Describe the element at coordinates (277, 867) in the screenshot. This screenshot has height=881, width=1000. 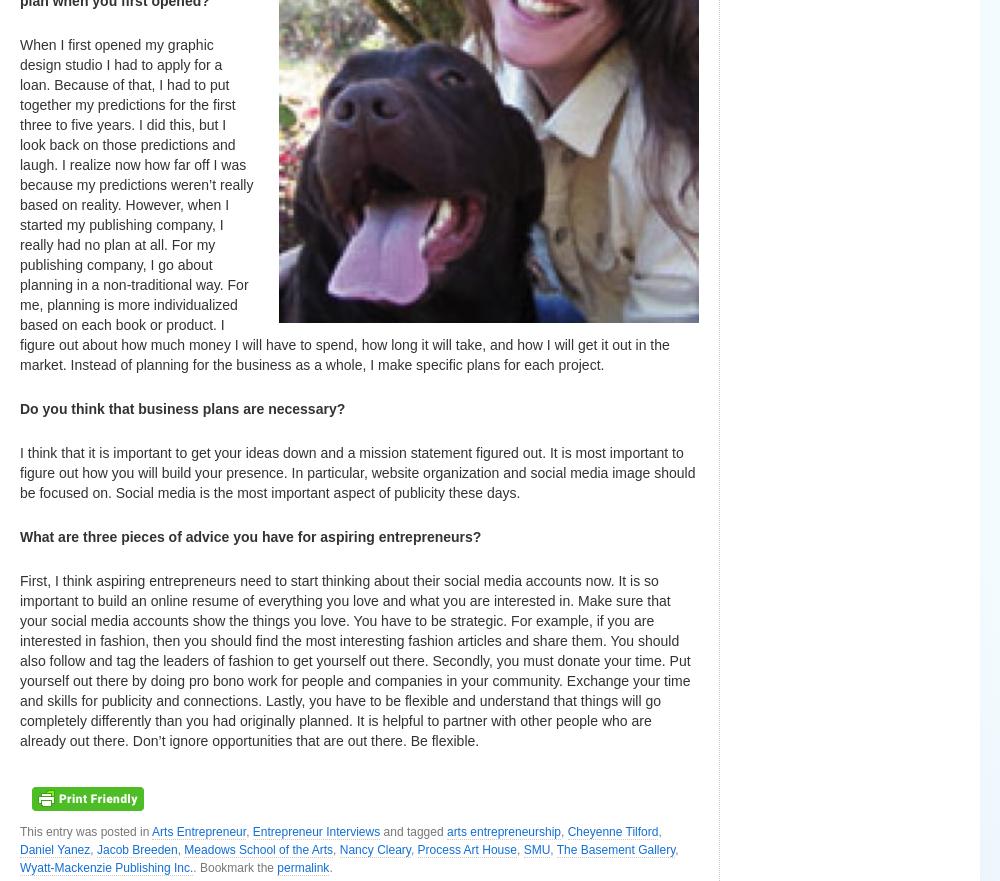
I see `'permalink'` at that location.